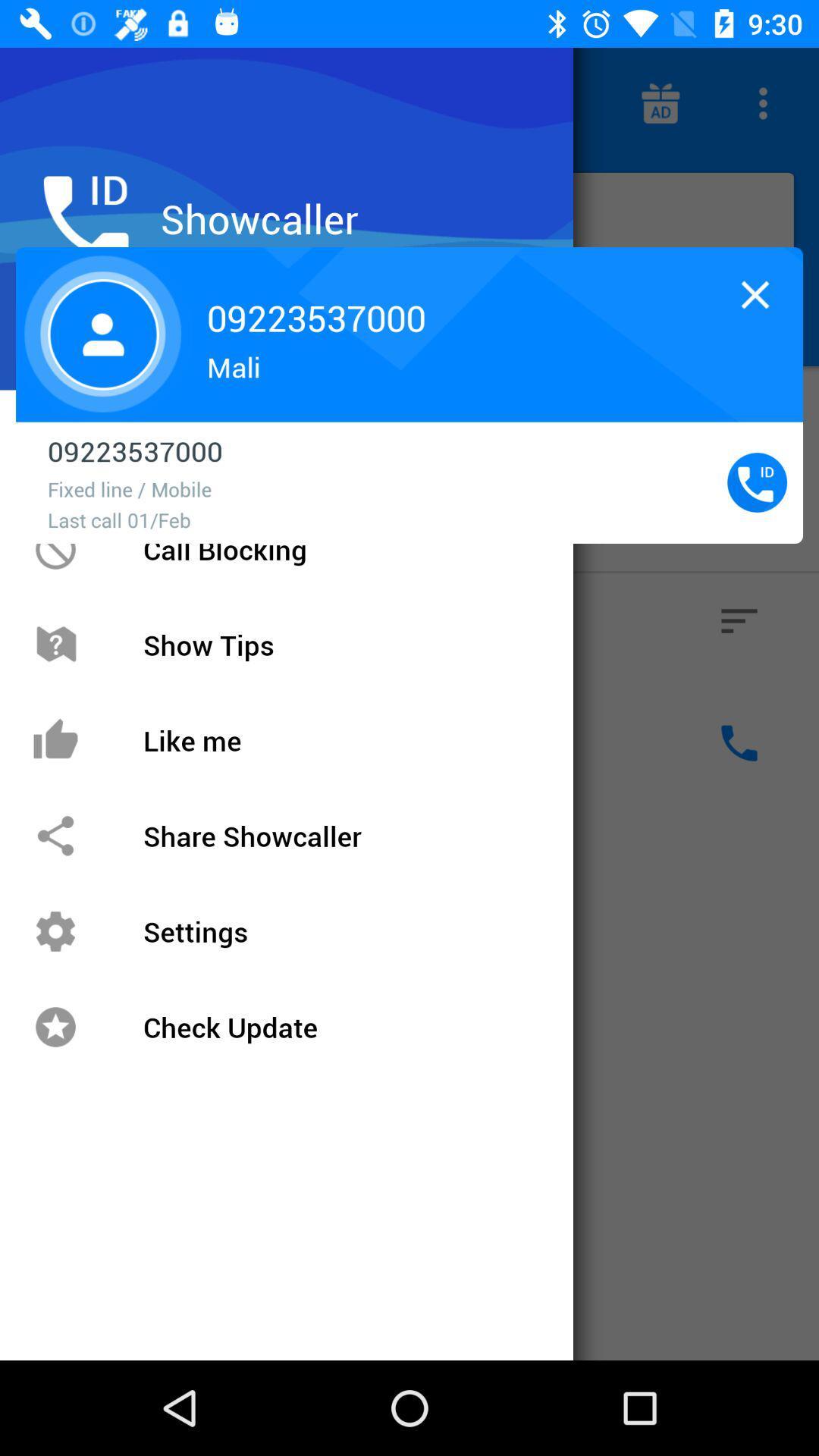 Image resolution: width=819 pixels, height=1456 pixels. I want to click on the more icon, so click(763, 102).